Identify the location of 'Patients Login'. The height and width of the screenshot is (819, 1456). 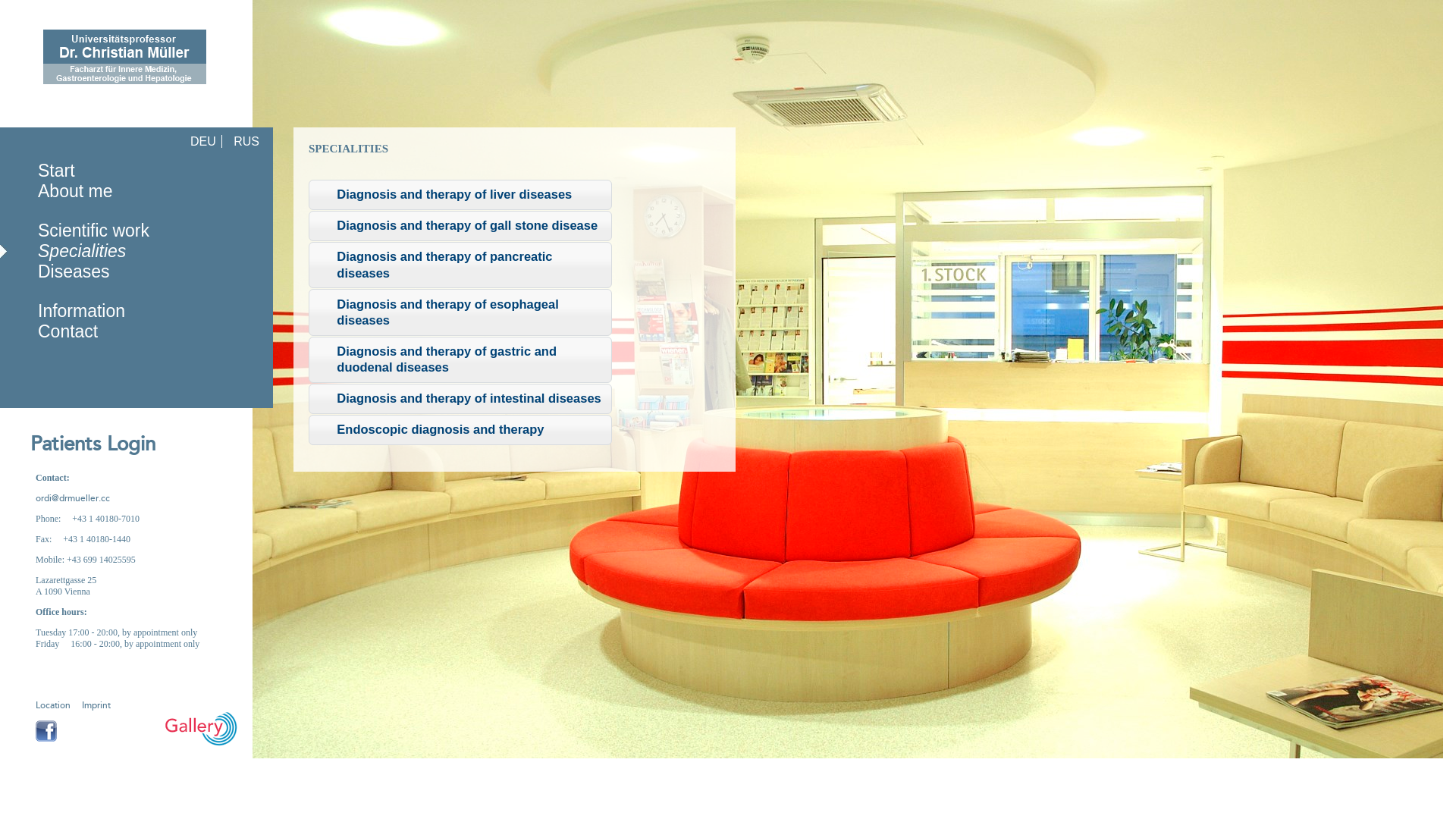
(77, 444).